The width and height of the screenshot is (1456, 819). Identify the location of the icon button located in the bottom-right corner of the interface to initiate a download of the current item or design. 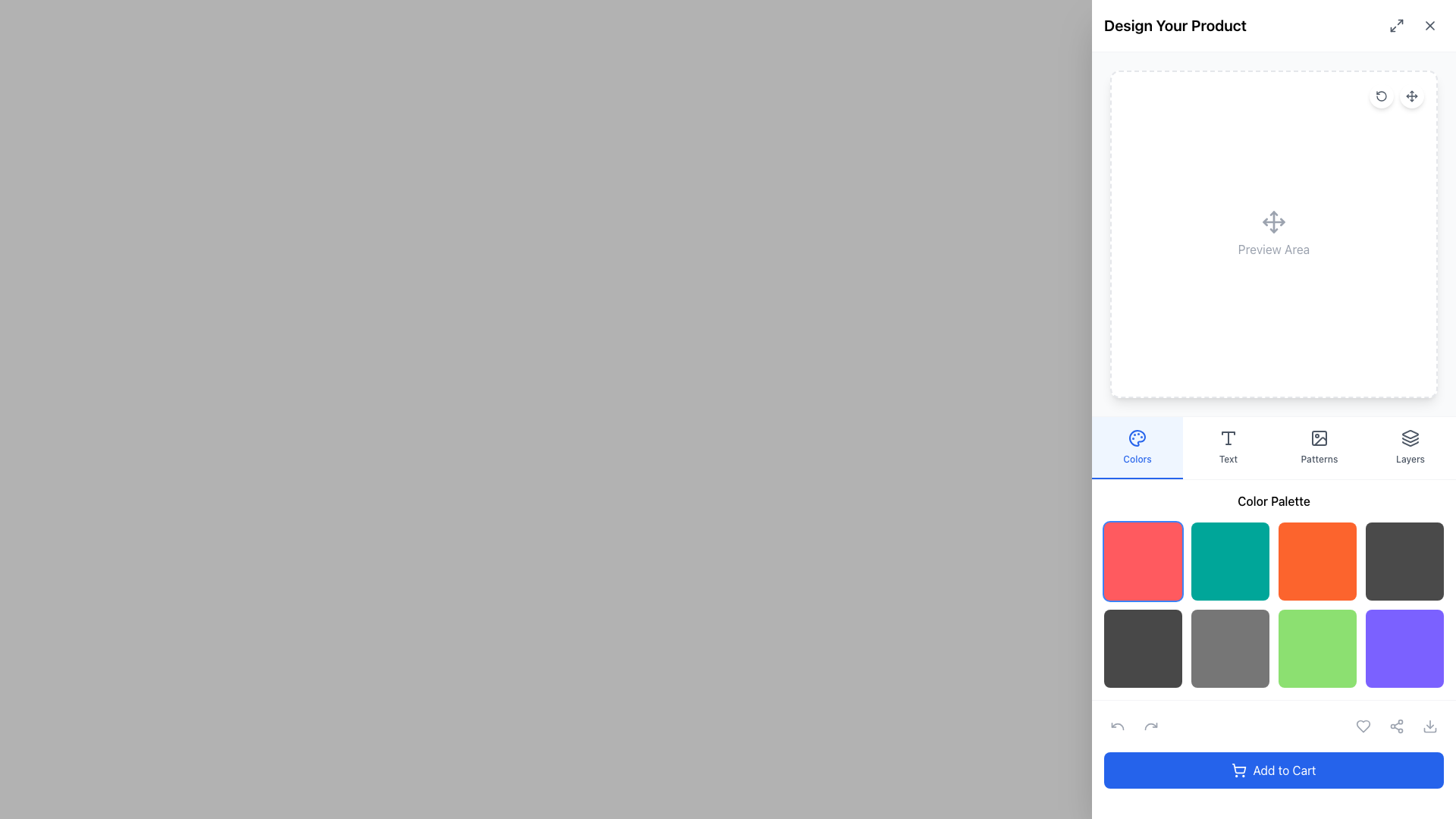
(1429, 725).